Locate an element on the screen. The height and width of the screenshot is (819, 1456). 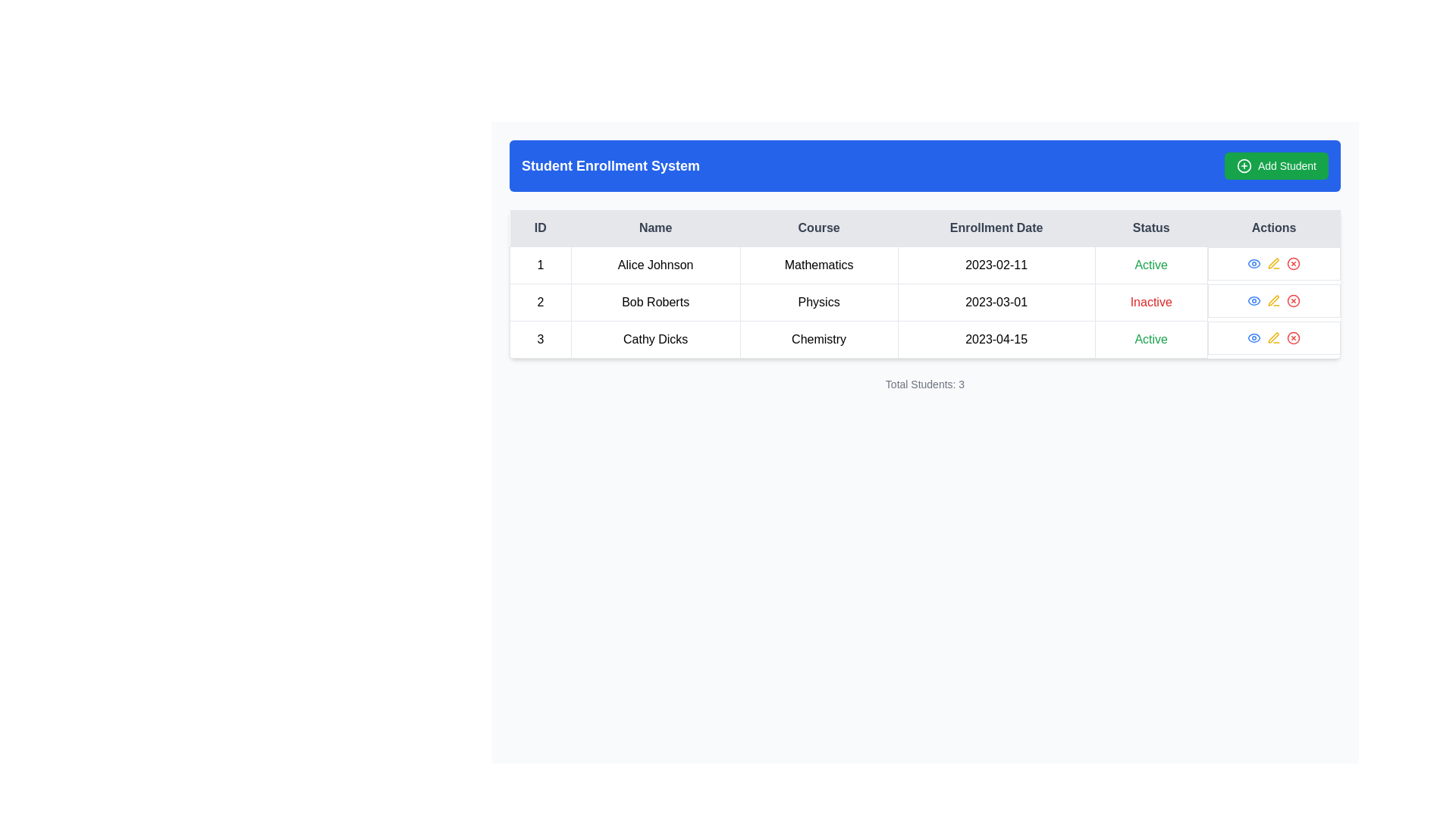
the header label for the 'Enrollment Date' column, which is the fourth item in the table header row, positioned between 'Course' and 'Status' is located at coordinates (996, 228).